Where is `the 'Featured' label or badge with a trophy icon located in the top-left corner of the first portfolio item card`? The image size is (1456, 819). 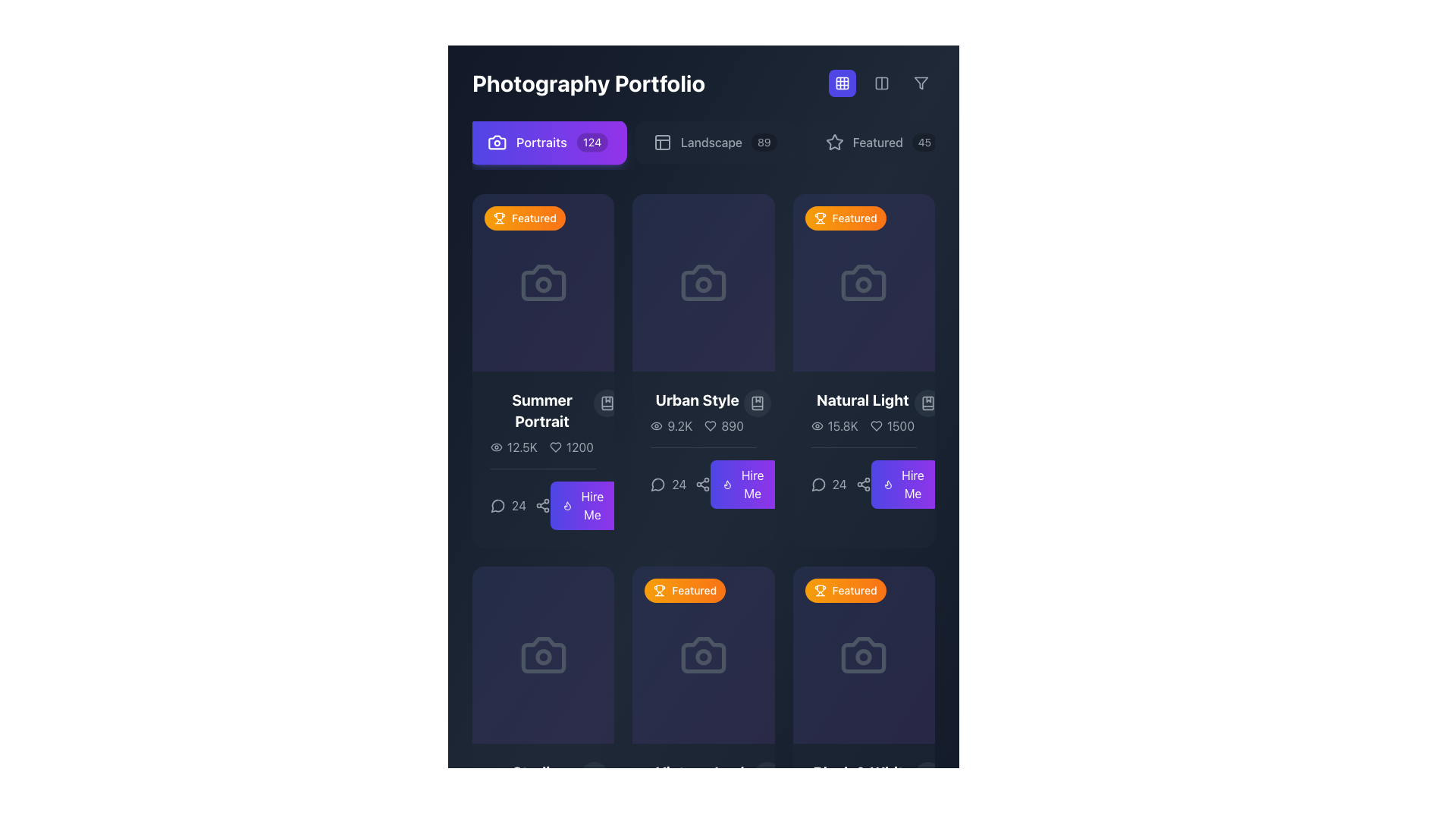
the 'Featured' label or badge with a trophy icon located in the top-left corner of the first portfolio item card is located at coordinates (534, 218).